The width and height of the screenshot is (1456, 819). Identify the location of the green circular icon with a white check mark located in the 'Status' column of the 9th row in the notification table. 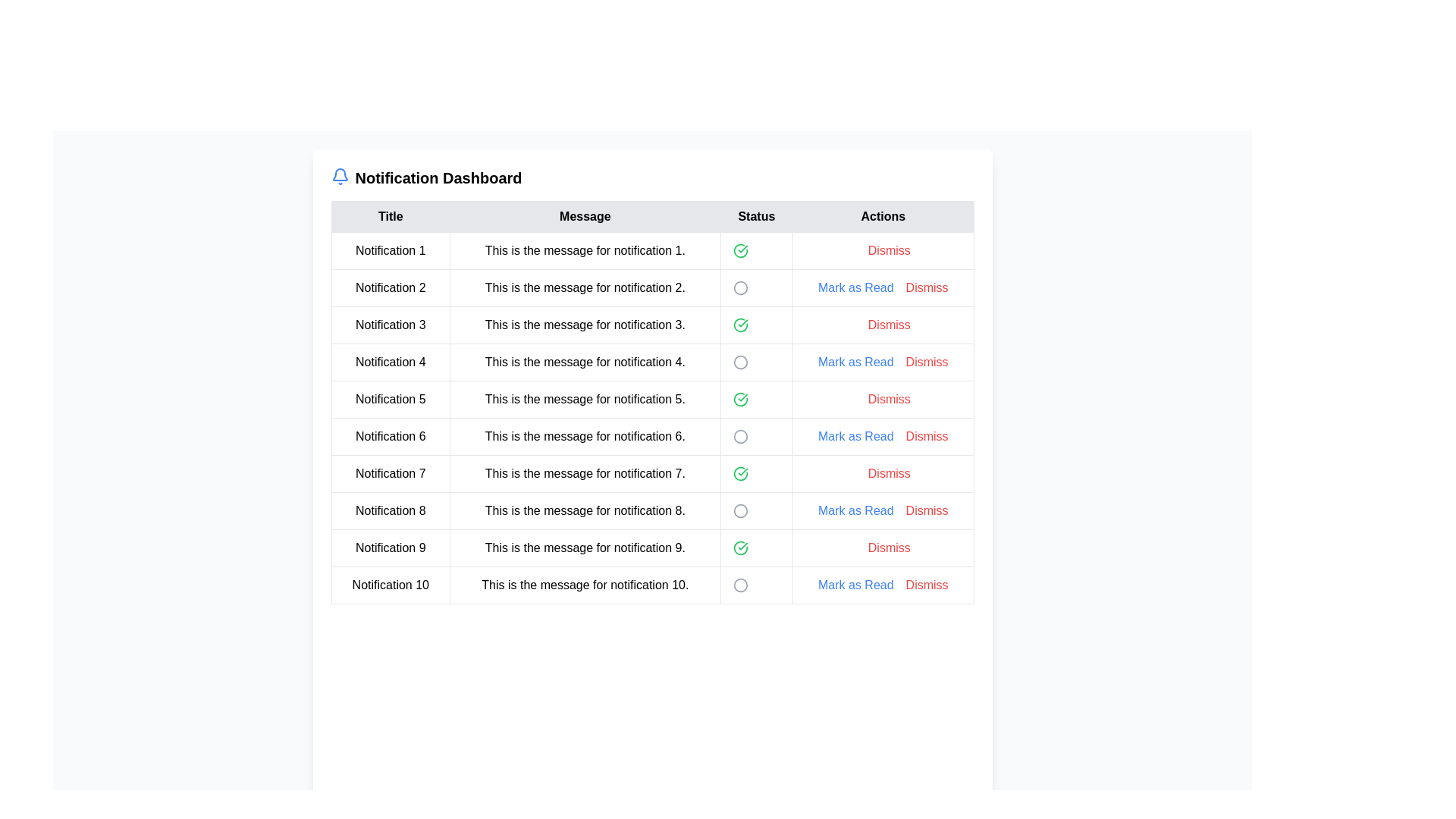
(740, 548).